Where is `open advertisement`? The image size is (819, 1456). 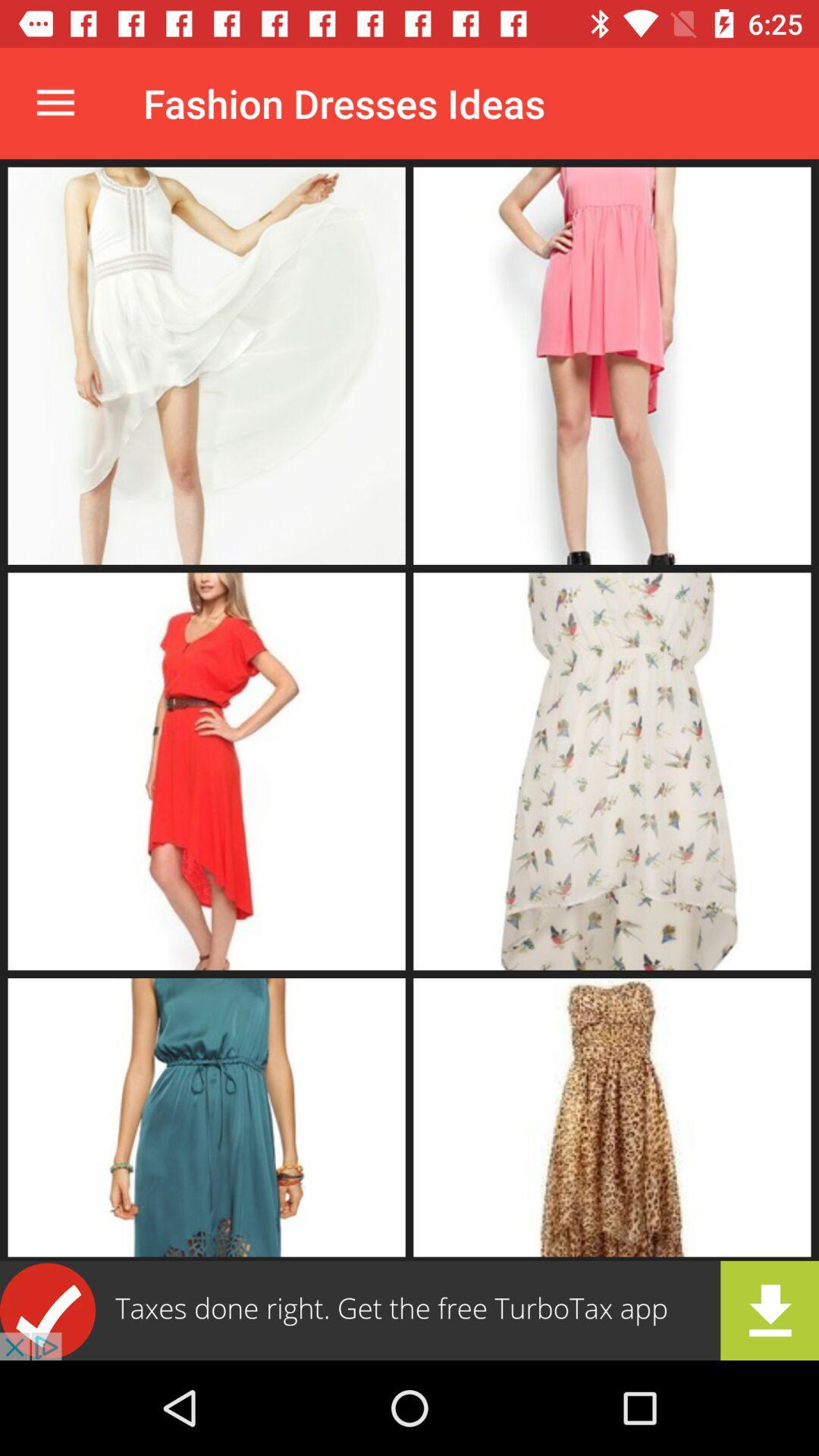
open advertisement is located at coordinates (409, 1310).